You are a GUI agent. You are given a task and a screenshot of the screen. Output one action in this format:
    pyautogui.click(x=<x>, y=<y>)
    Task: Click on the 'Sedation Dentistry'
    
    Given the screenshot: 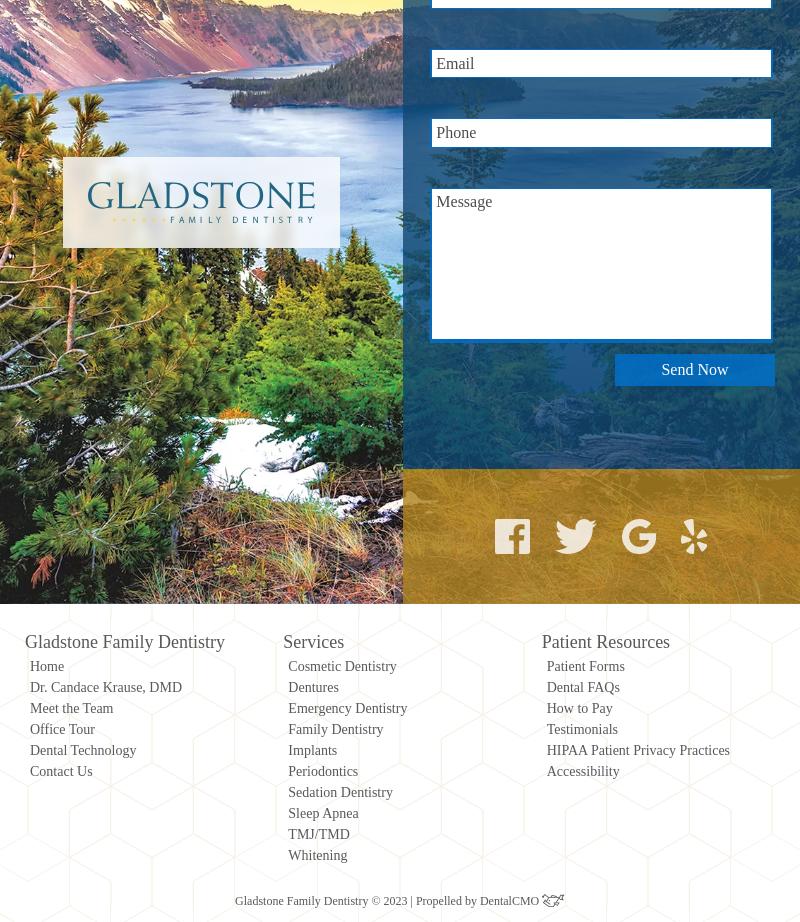 What is the action you would take?
    pyautogui.click(x=340, y=790)
    